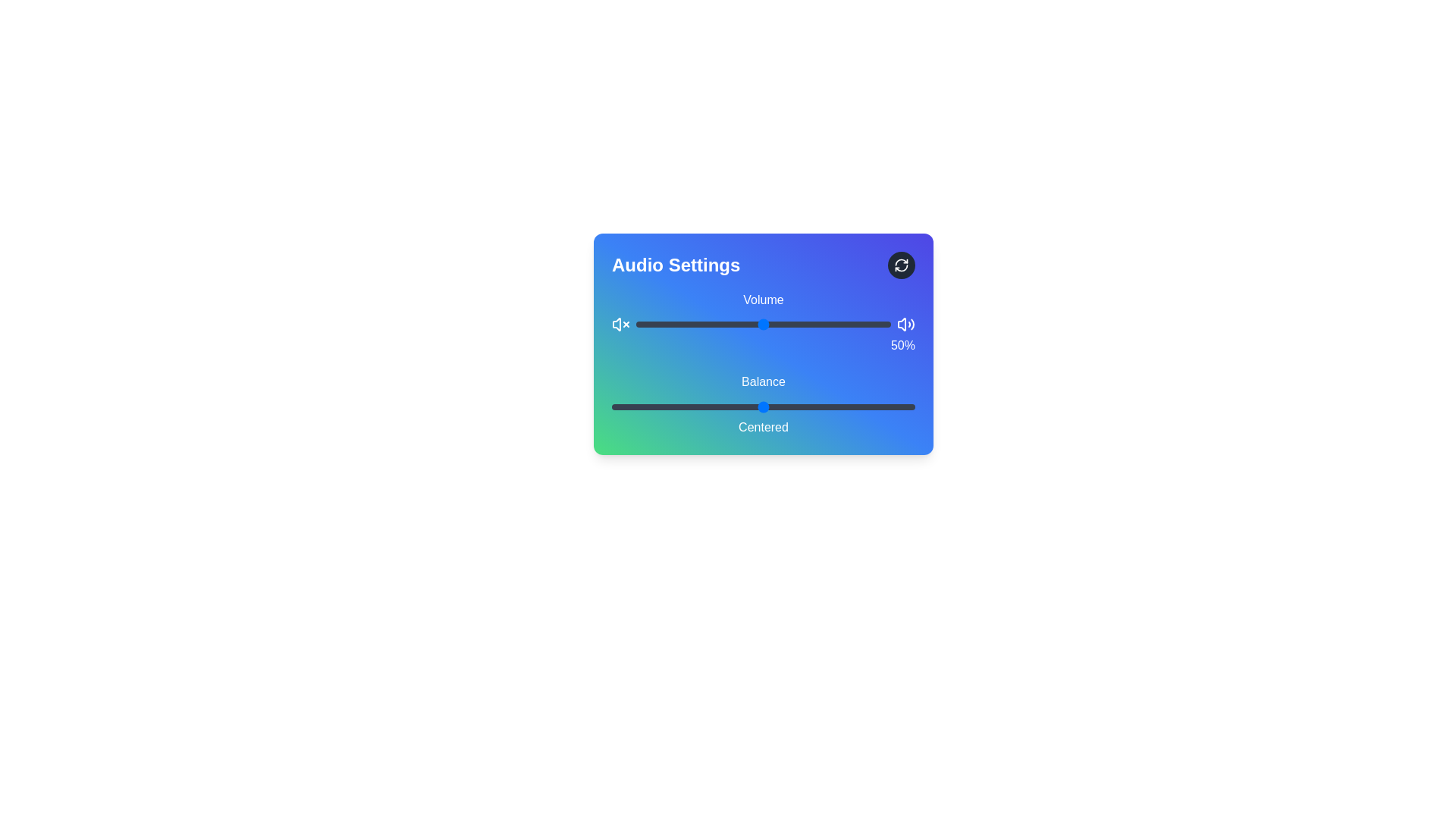  What do you see at coordinates (836, 406) in the screenshot?
I see `the balance slider` at bounding box center [836, 406].